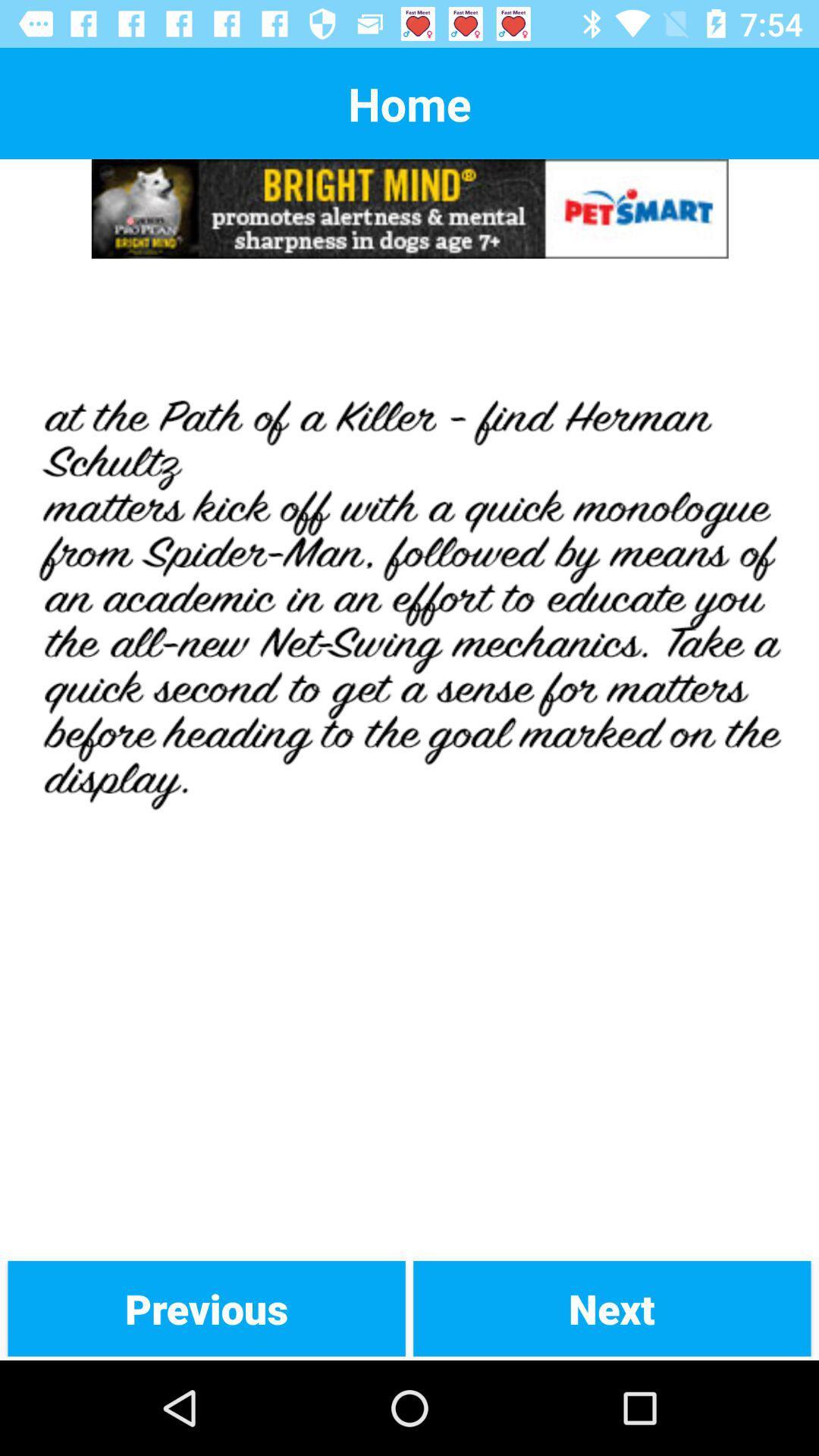  Describe the element at coordinates (409, 758) in the screenshot. I see `full page` at that location.